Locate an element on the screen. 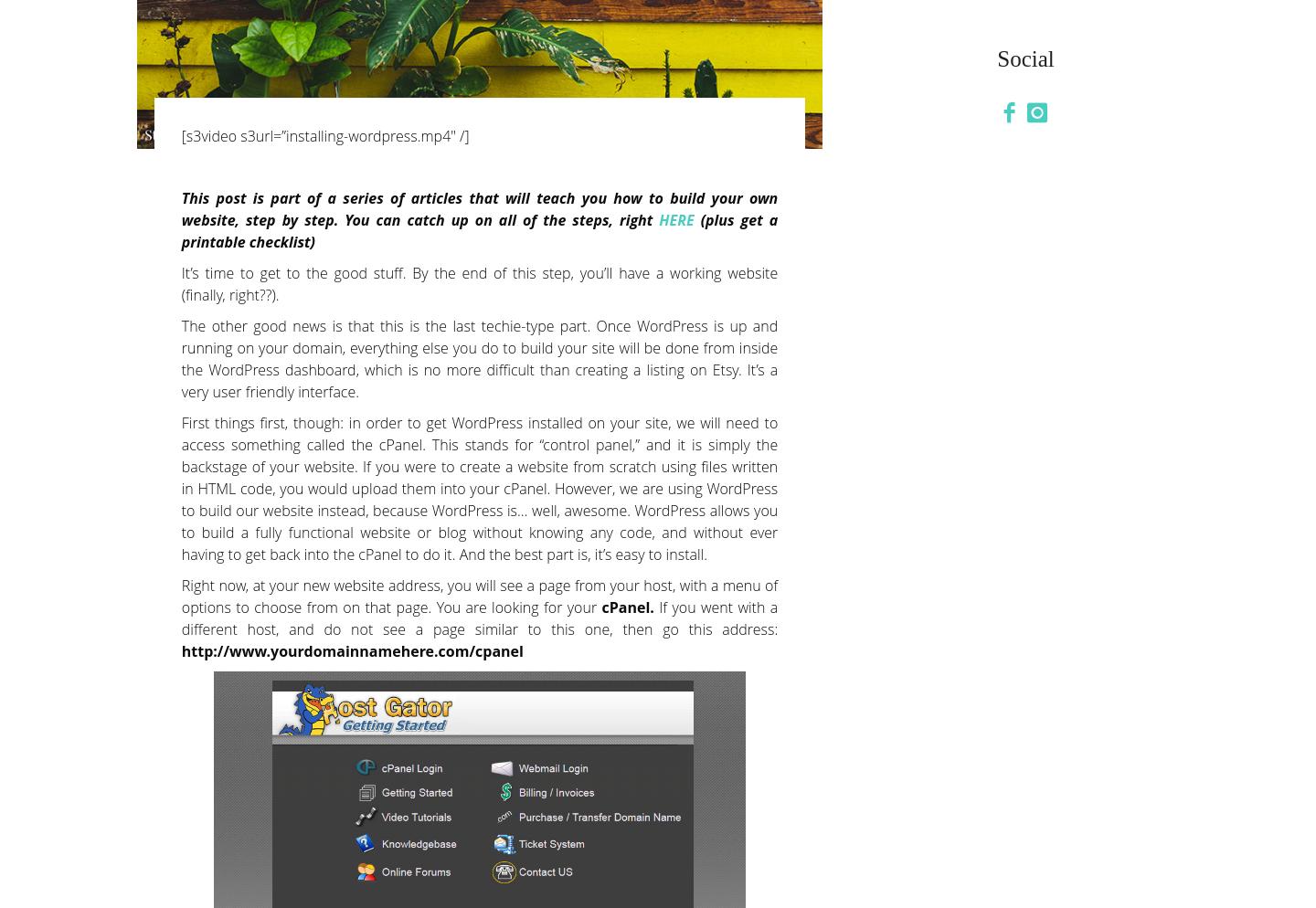 Image resolution: width=1316 pixels, height=908 pixels. 'http://www.yourdomainnamehere.com/cpanel' is located at coordinates (351, 650).